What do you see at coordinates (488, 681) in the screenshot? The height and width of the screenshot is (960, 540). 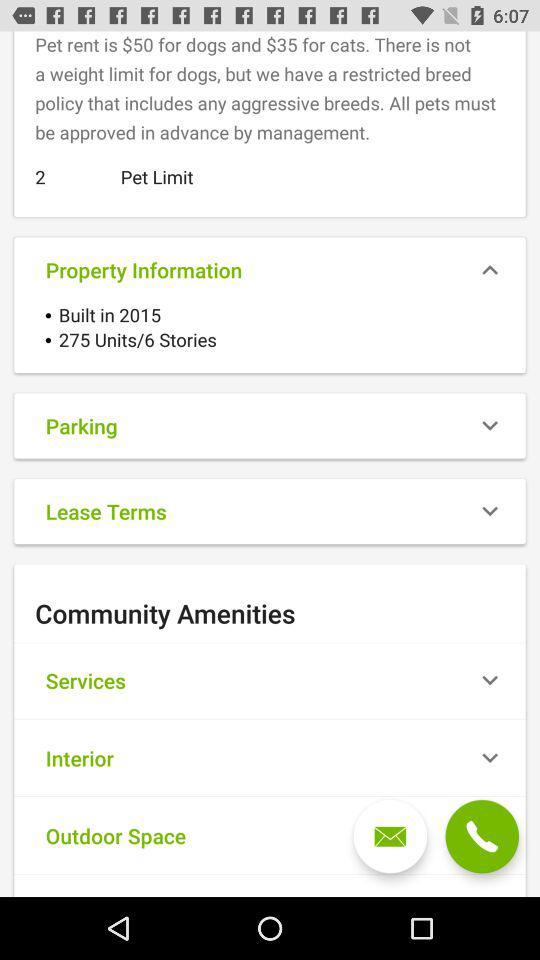 I see `the icon which is right to the services option` at bounding box center [488, 681].